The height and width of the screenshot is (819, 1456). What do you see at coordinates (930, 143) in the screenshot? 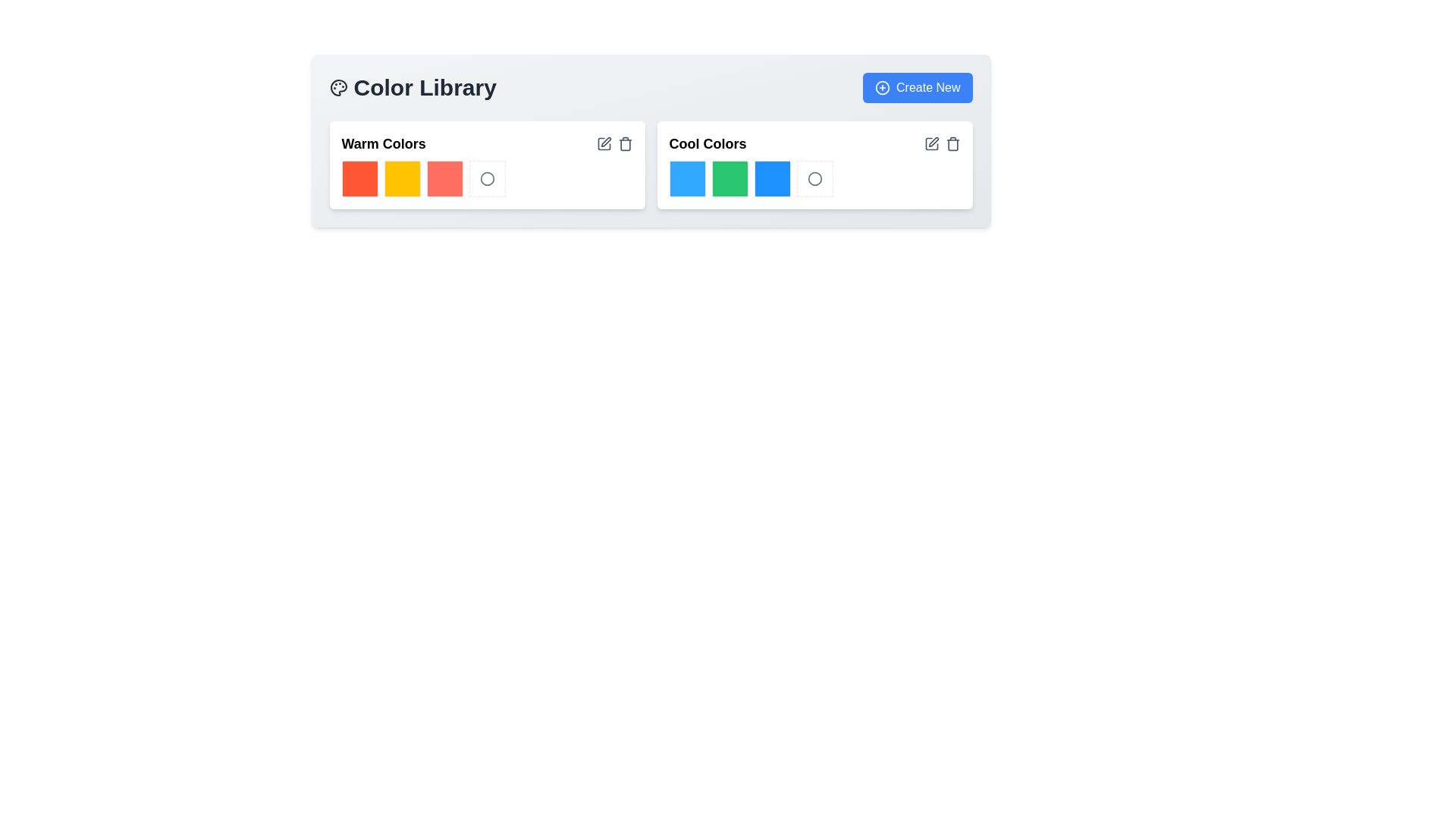
I see `the edit button for the 'Cool Colors' category, located at the top-right corner of its section` at bounding box center [930, 143].